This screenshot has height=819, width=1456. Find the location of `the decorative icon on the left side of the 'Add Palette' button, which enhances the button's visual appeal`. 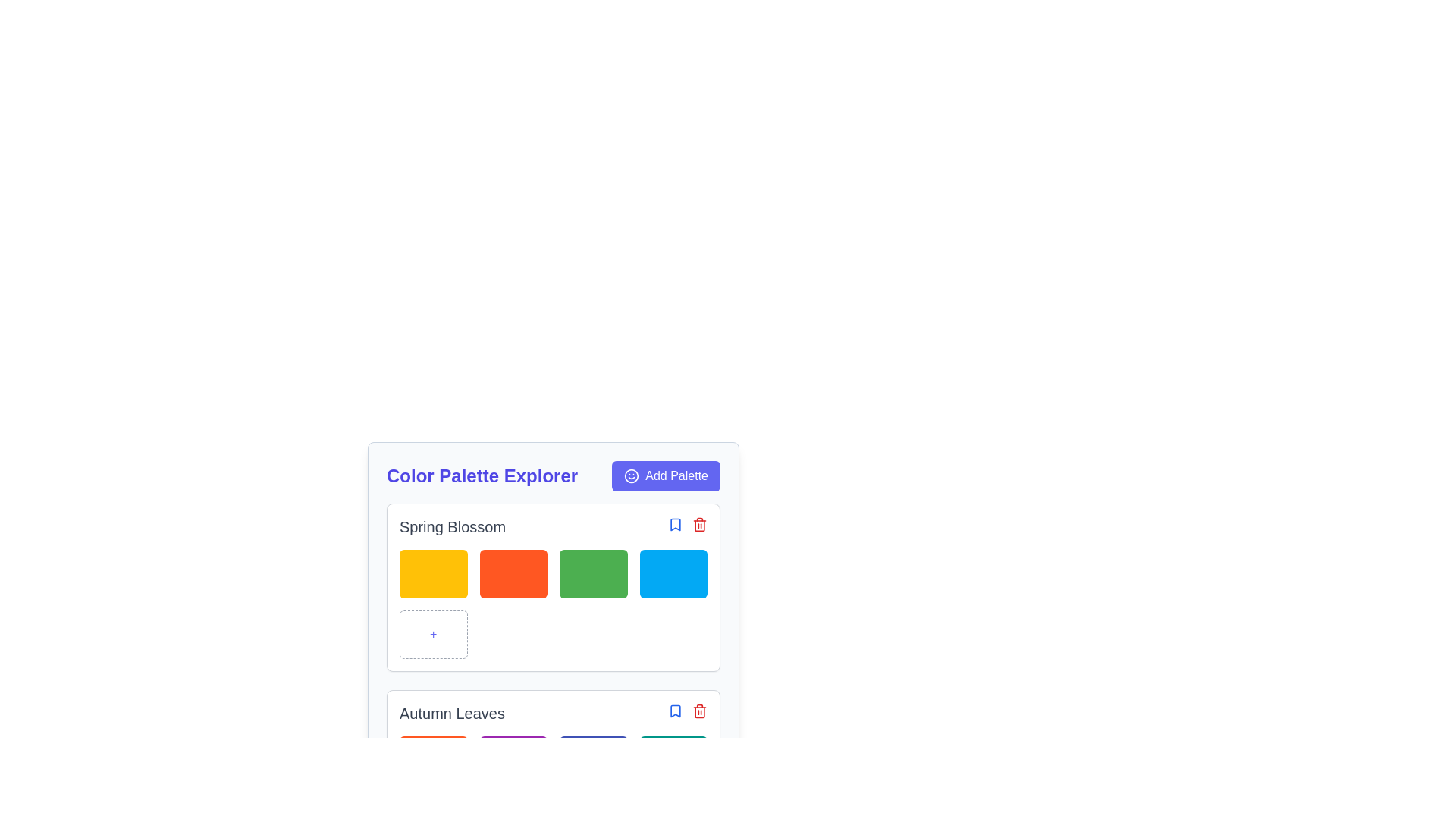

the decorative icon on the left side of the 'Add Palette' button, which enhances the button's visual appeal is located at coordinates (632, 475).